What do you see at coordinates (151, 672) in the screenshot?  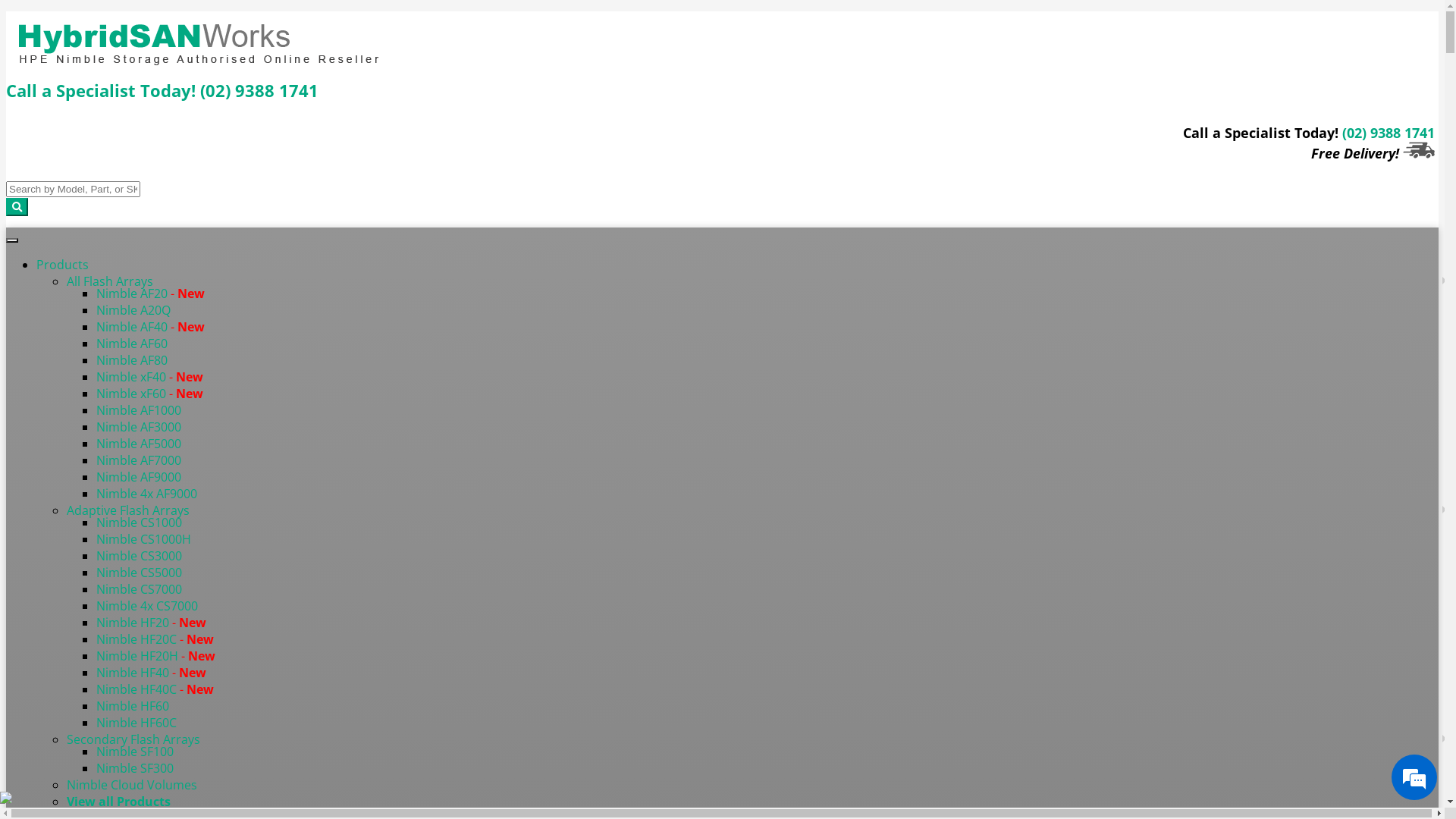 I see `'Nimble HF40 - New'` at bounding box center [151, 672].